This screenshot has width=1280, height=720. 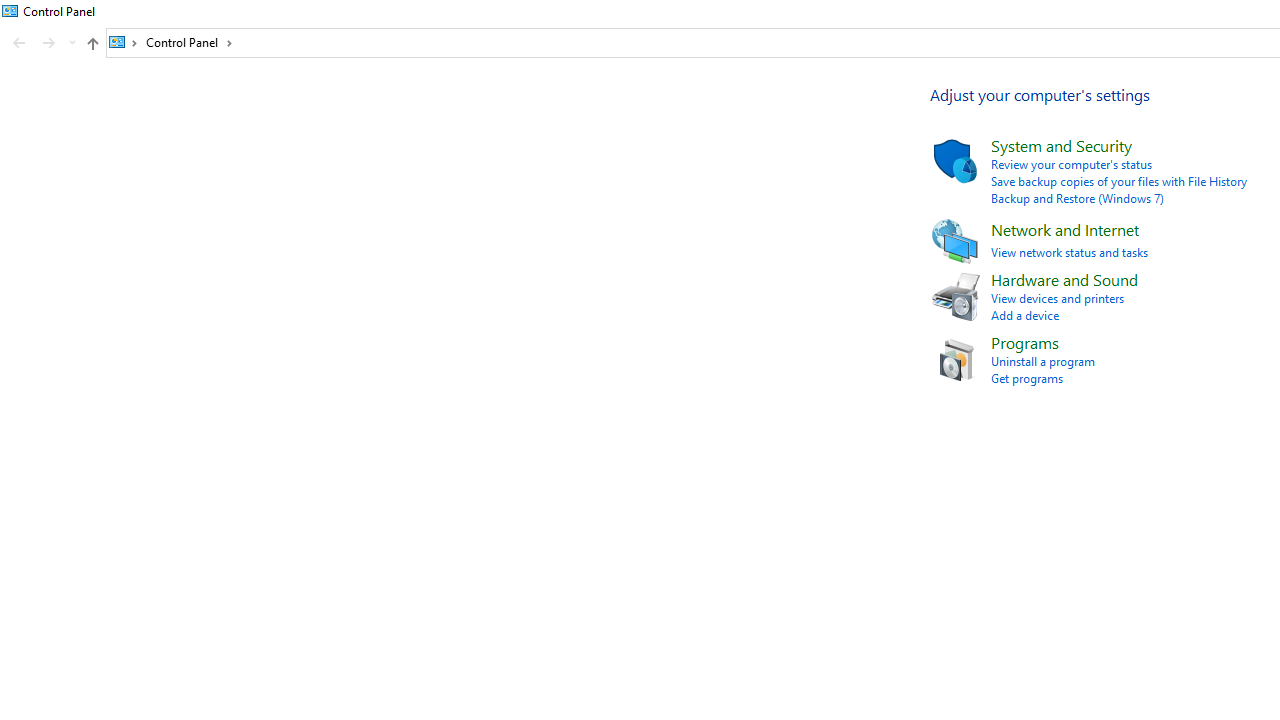 What do you see at coordinates (42, 43) in the screenshot?
I see `'Navigation buttons'` at bounding box center [42, 43].